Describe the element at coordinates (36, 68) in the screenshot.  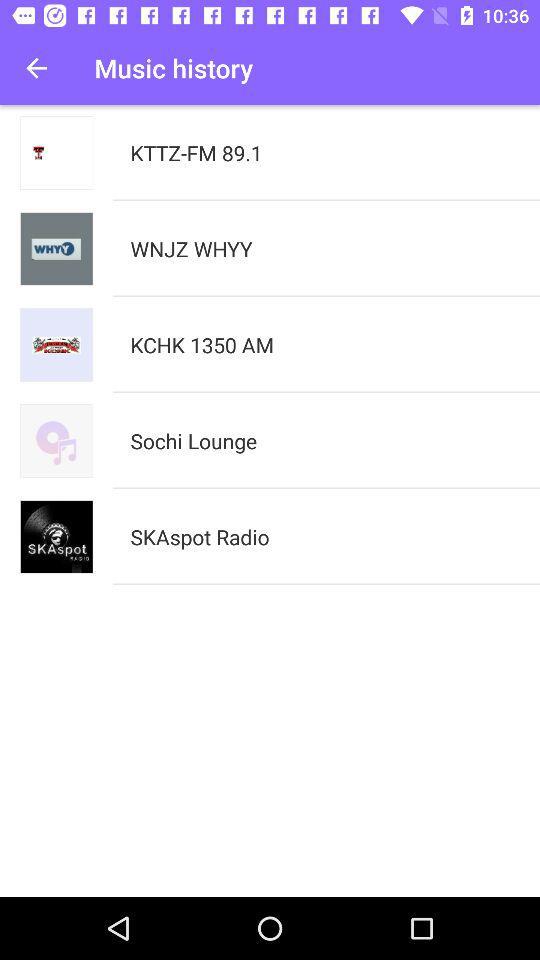
I see `the item next to music history icon` at that location.